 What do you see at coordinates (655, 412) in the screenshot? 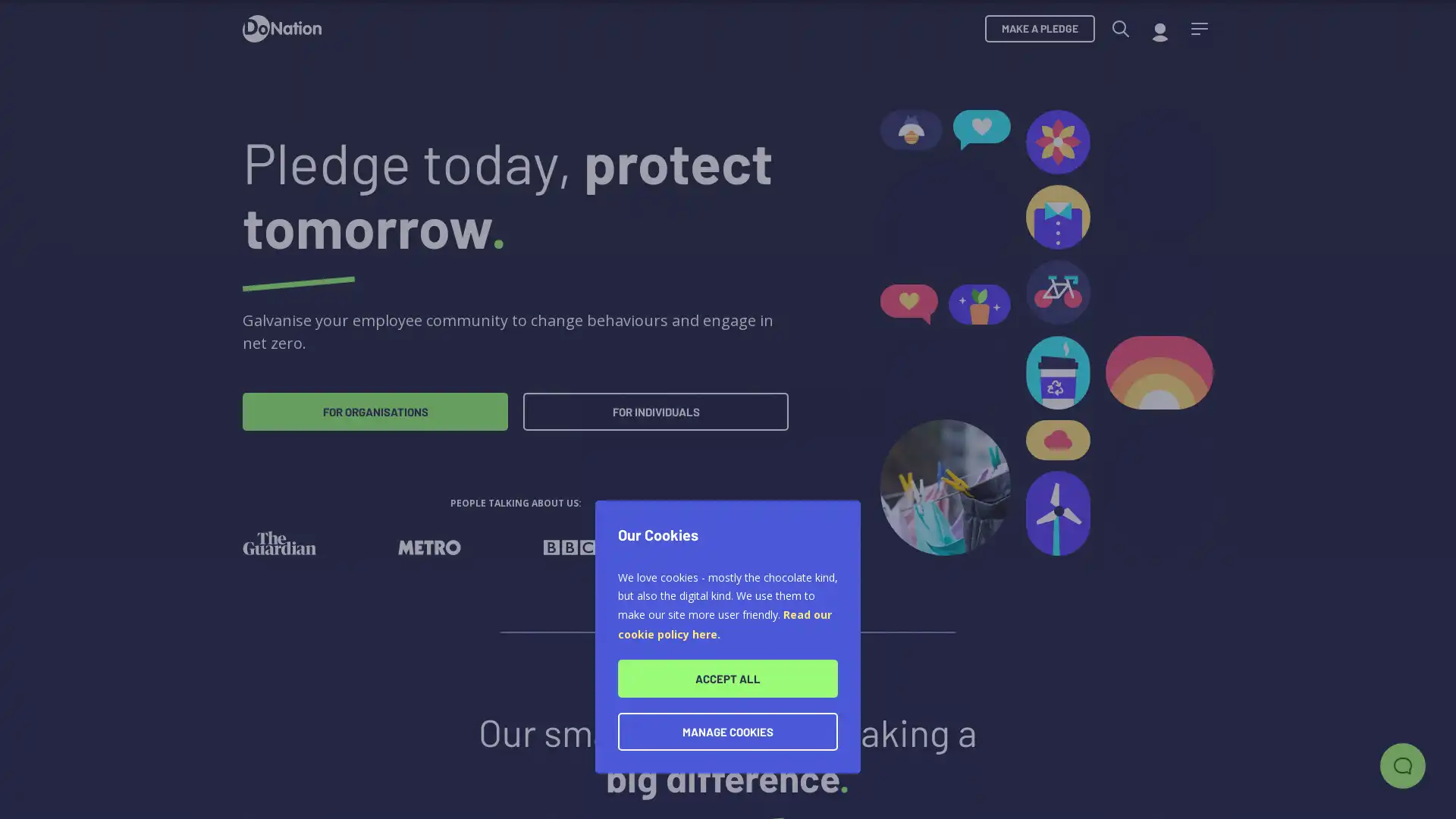
I see `FOR INDIVIDUALS` at bounding box center [655, 412].